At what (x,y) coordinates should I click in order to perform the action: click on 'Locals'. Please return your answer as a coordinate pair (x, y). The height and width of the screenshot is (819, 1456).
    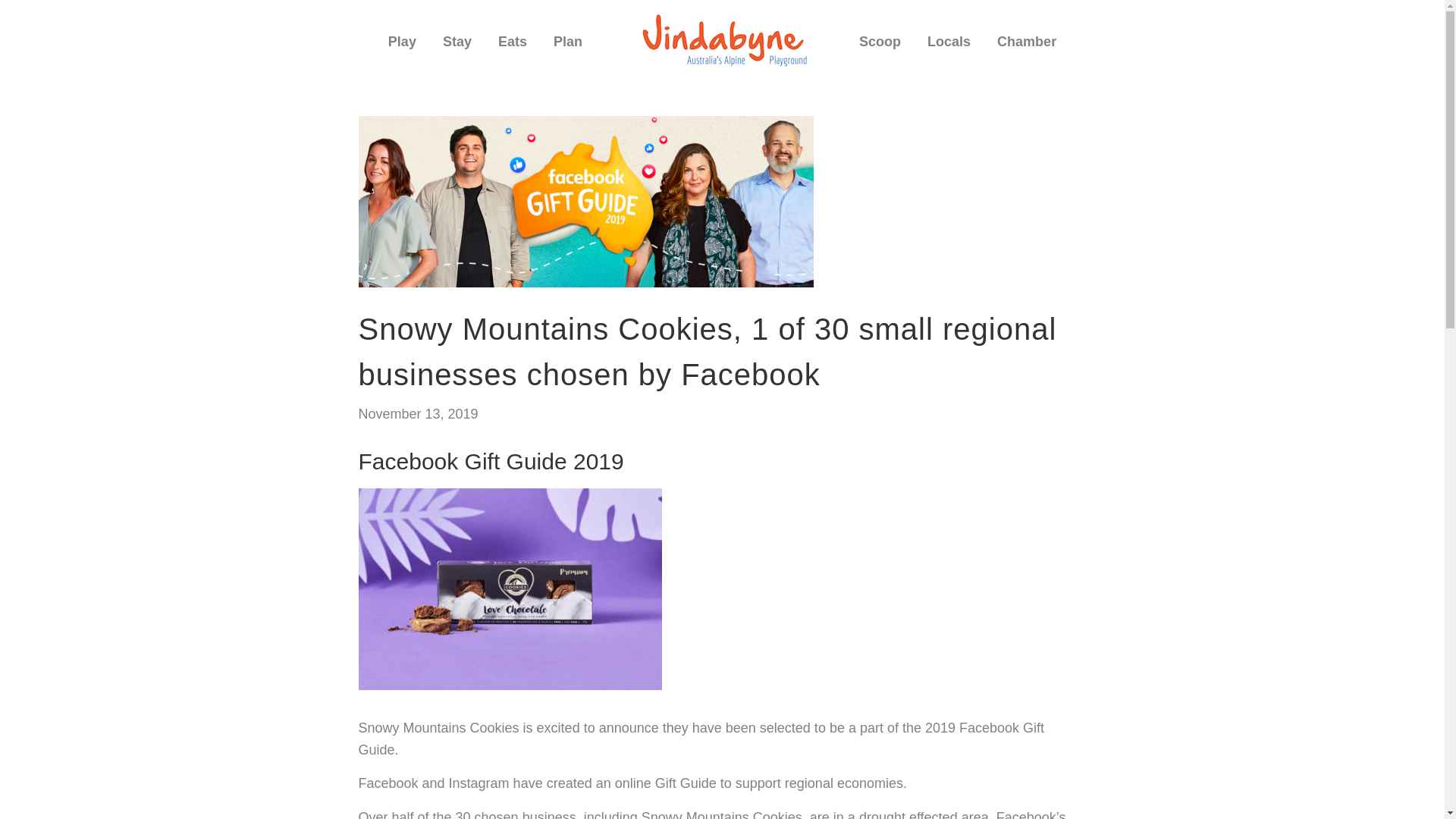
    Looking at the image, I should click on (948, 41).